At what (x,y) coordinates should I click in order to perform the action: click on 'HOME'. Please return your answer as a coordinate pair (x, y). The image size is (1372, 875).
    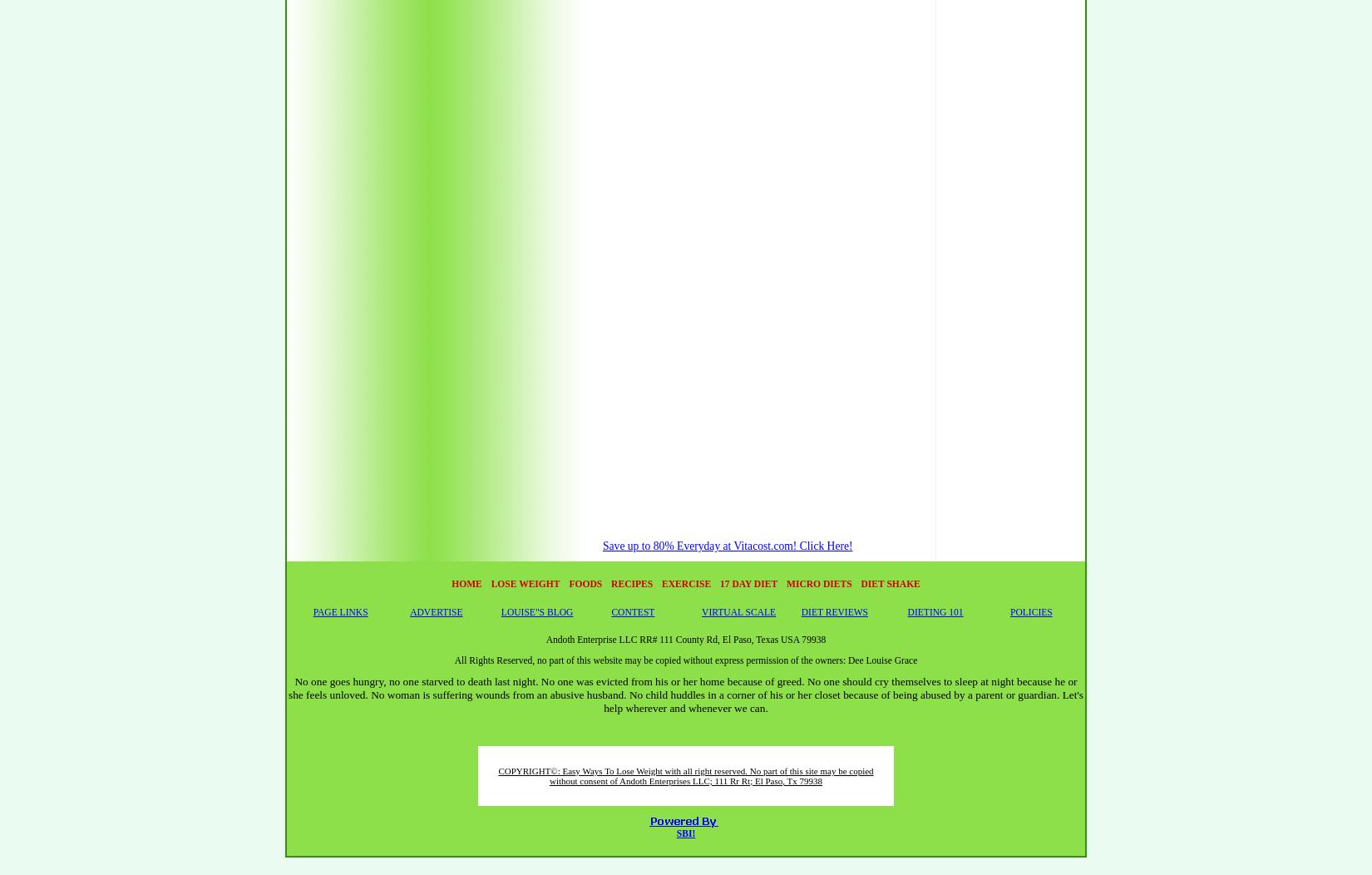
    Looking at the image, I should click on (466, 582).